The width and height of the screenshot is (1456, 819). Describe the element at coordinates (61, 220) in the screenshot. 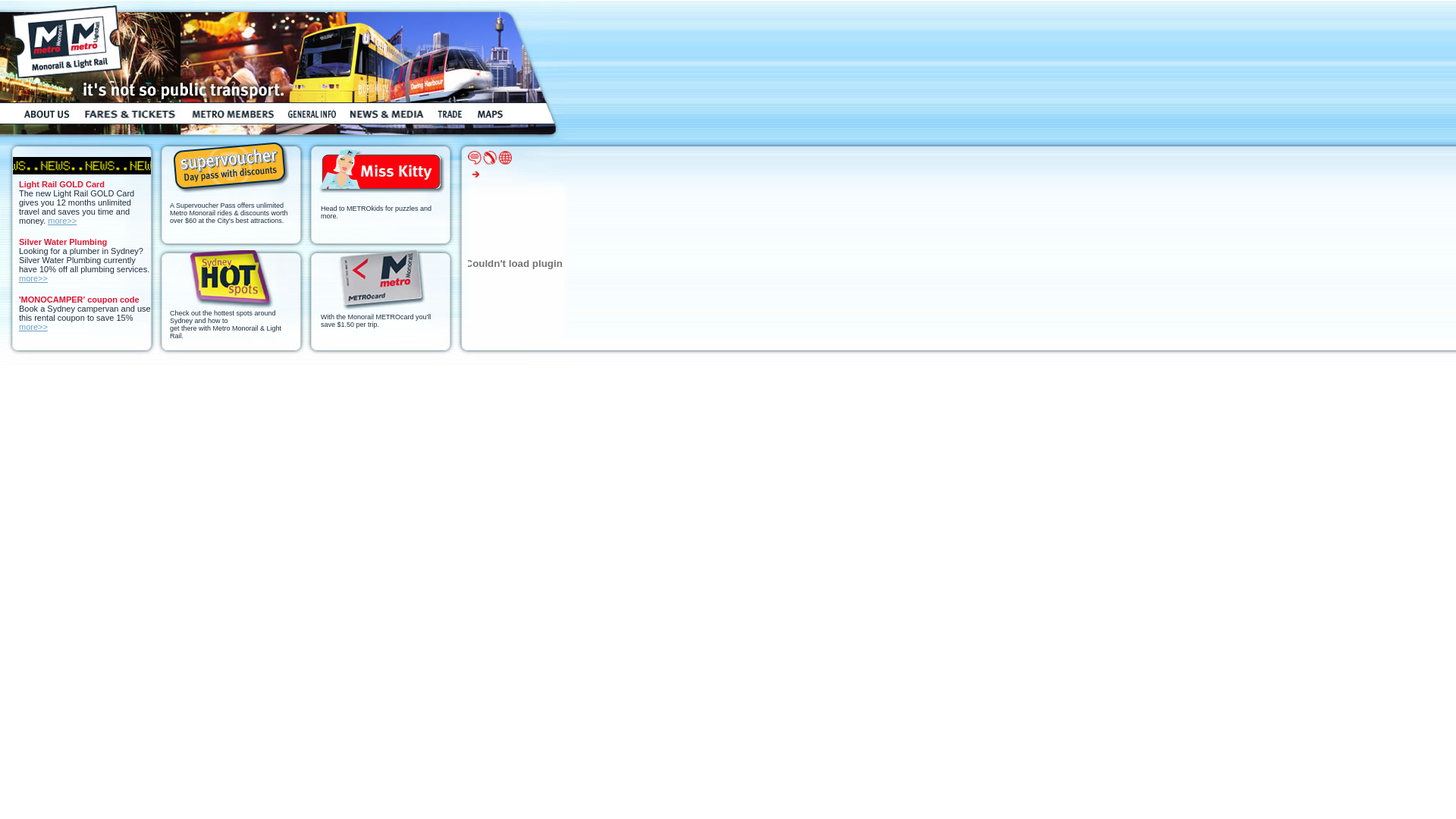

I see `'more>>'` at that location.